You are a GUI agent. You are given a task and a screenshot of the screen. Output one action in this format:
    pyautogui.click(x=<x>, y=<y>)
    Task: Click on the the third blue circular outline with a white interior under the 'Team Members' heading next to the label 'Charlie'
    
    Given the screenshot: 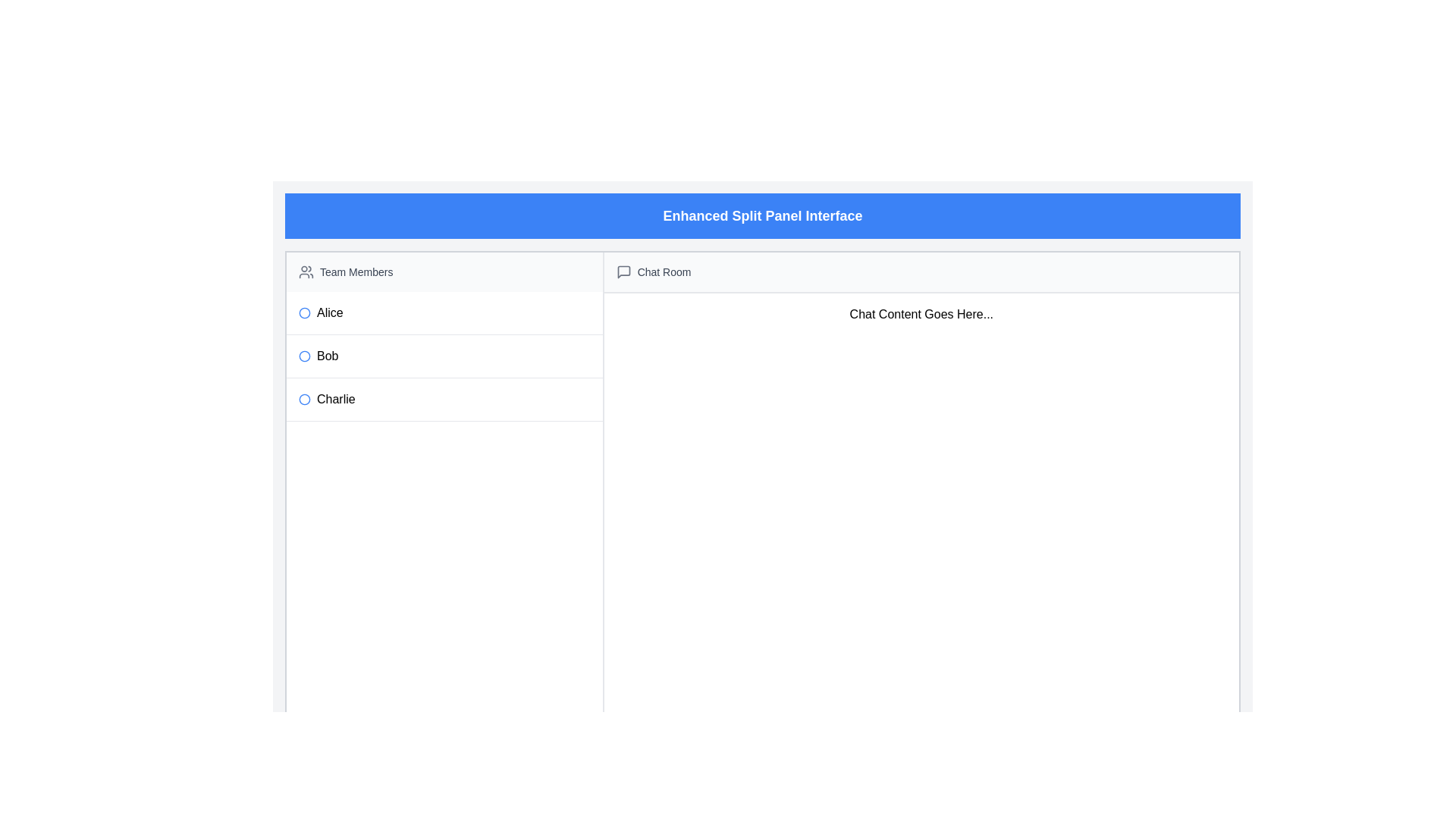 What is the action you would take?
    pyautogui.click(x=304, y=399)
    